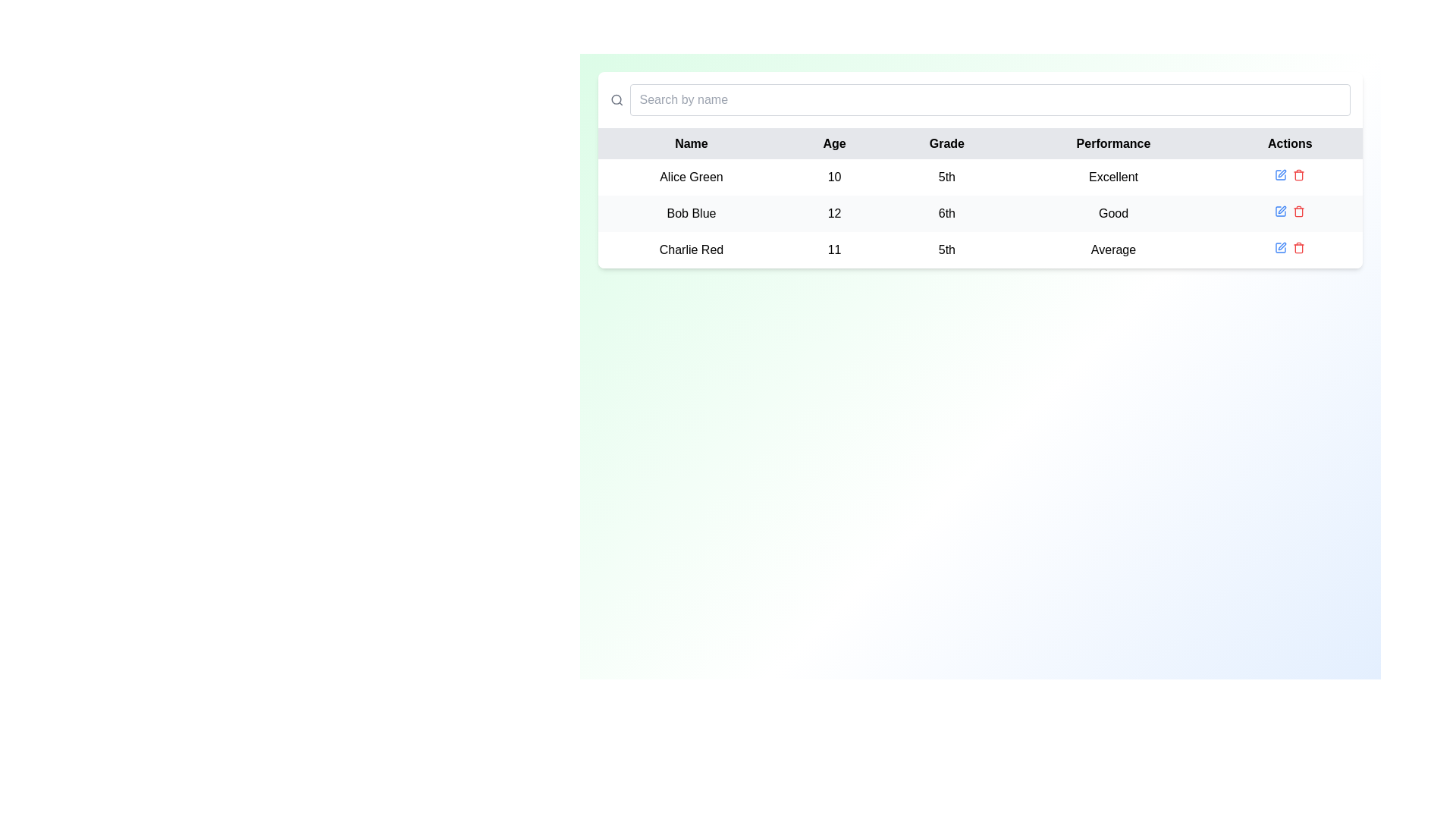 The height and width of the screenshot is (819, 1456). What do you see at coordinates (1113, 177) in the screenshot?
I see `the text label representing the performance rating 'Excellent' for 'Alice Green' in the table's 'Performance' column` at bounding box center [1113, 177].